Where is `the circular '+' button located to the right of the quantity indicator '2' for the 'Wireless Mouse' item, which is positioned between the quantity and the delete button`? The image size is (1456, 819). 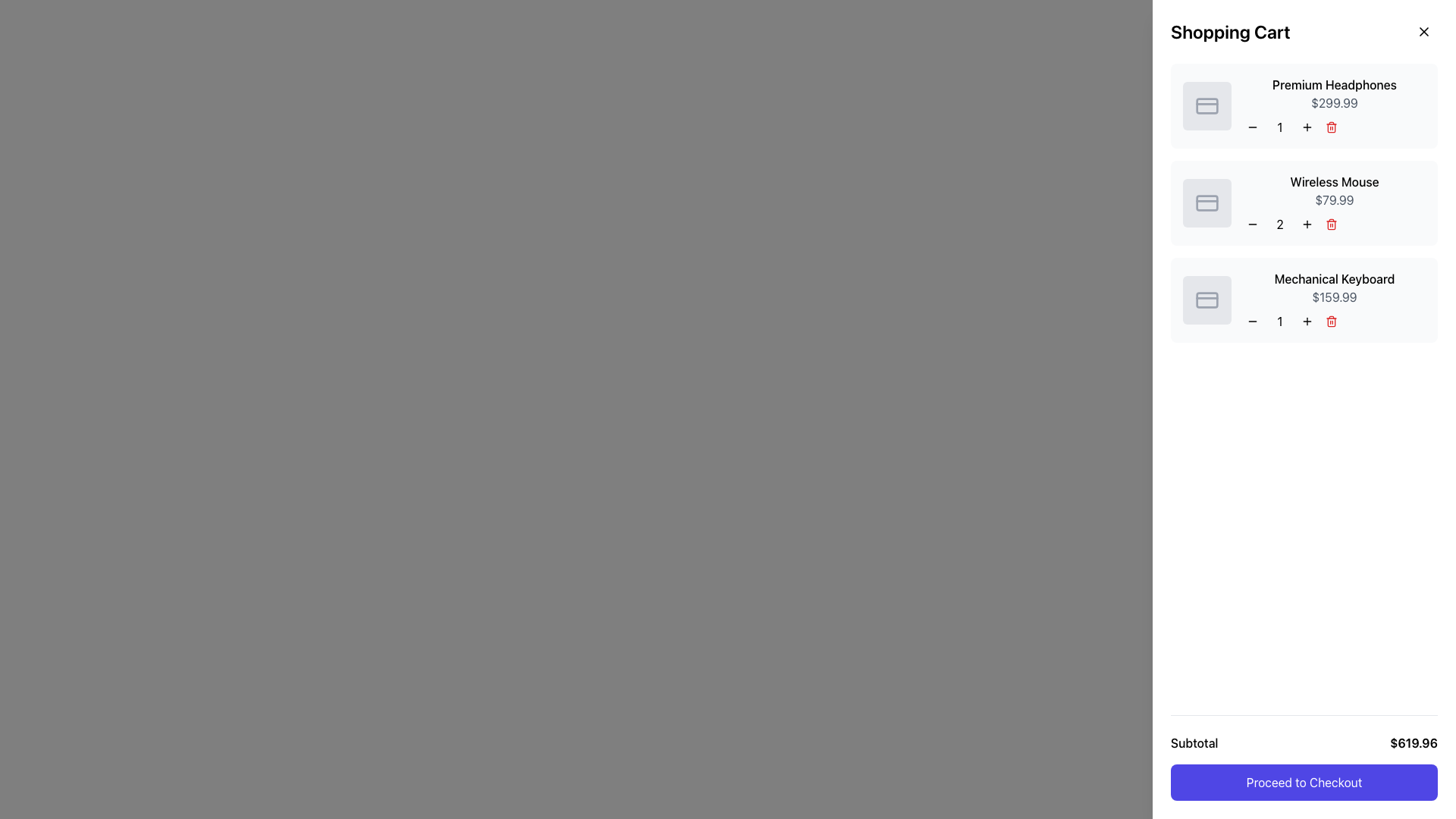 the circular '+' button located to the right of the quantity indicator '2' for the 'Wireless Mouse' item, which is positioned between the quantity and the delete button is located at coordinates (1306, 224).